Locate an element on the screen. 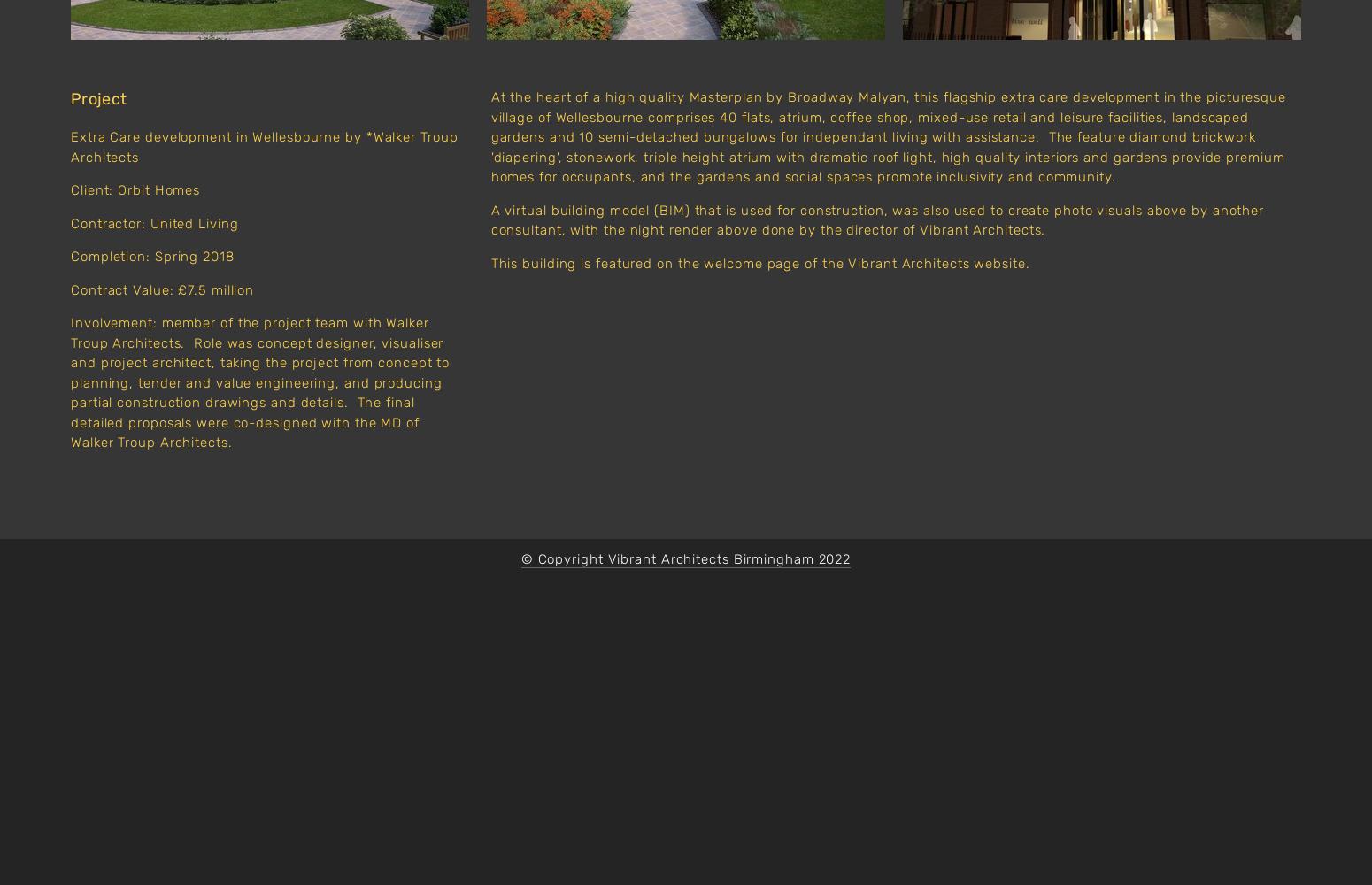  '© Copyright Vibrant Architects Birmingham 2022' is located at coordinates (685, 558).